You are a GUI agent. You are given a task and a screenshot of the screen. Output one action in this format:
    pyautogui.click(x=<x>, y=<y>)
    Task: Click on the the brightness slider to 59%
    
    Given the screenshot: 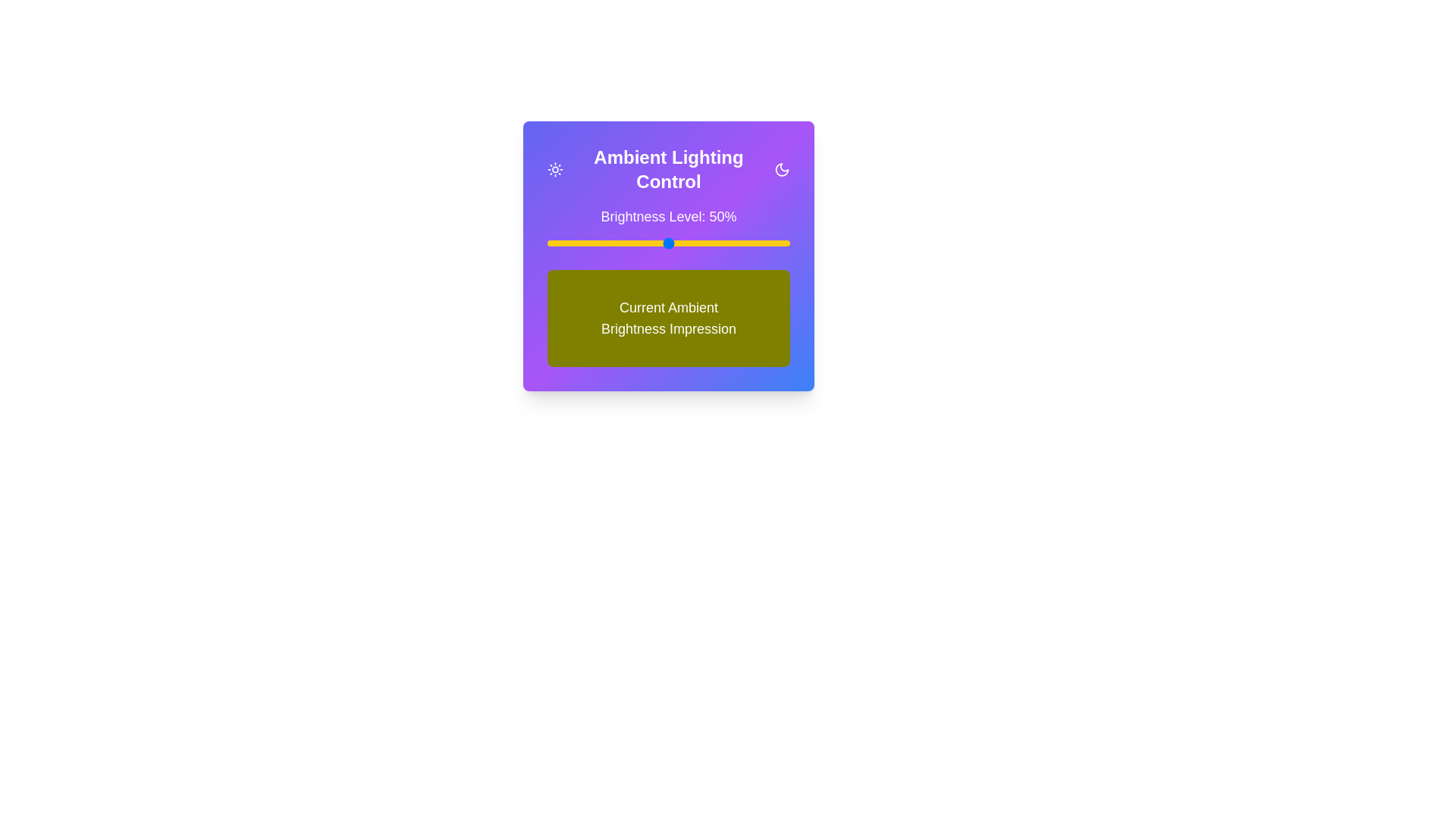 What is the action you would take?
    pyautogui.click(x=689, y=242)
    